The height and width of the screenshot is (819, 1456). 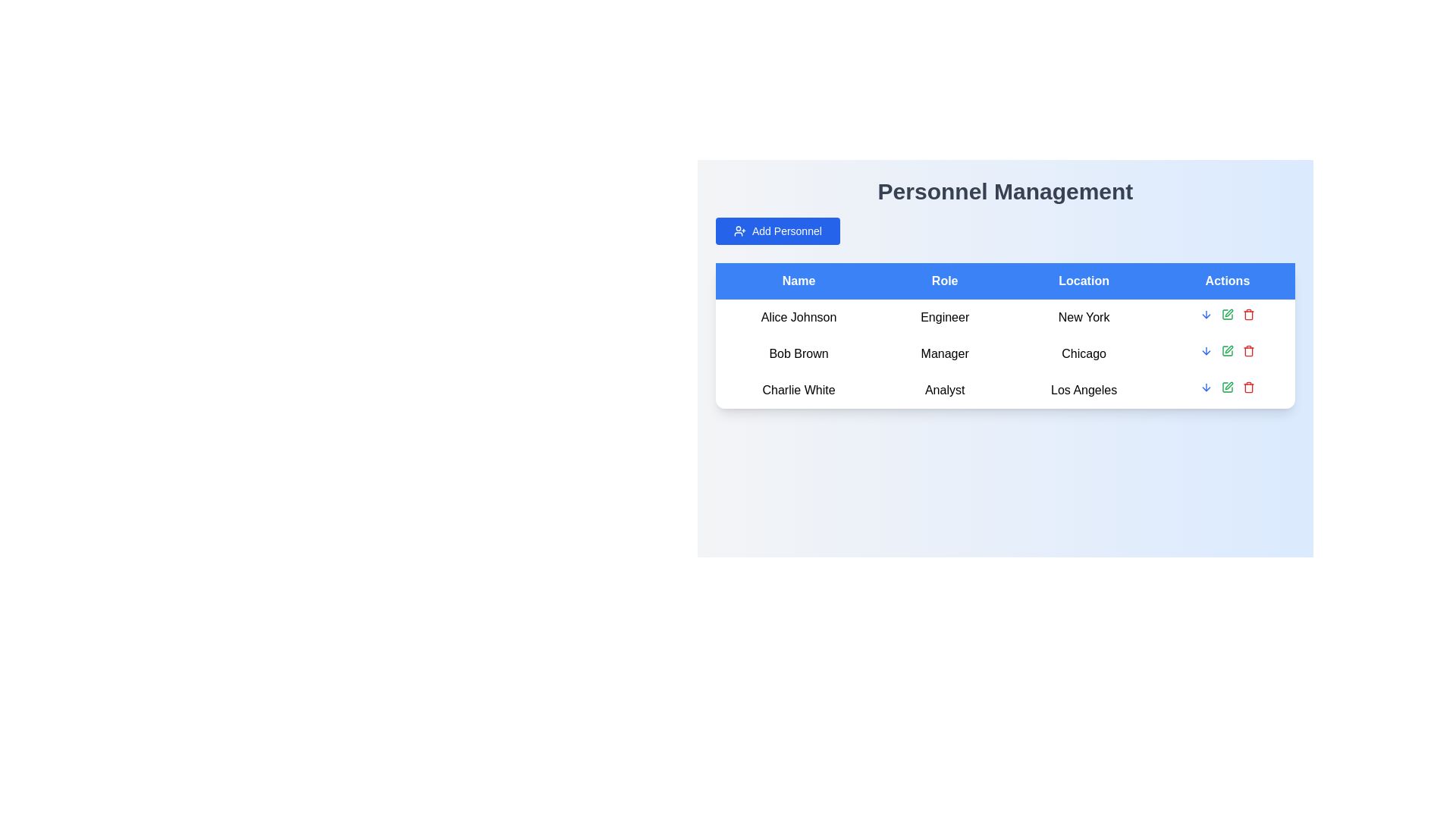 What do you see at coordinates (944, 390) in the screenshot?
I see `text content of the 'Analyst' label located in the second cell of the 'Role' column under the 'Charlie White' row in the table` at bounding box center [944, 390].